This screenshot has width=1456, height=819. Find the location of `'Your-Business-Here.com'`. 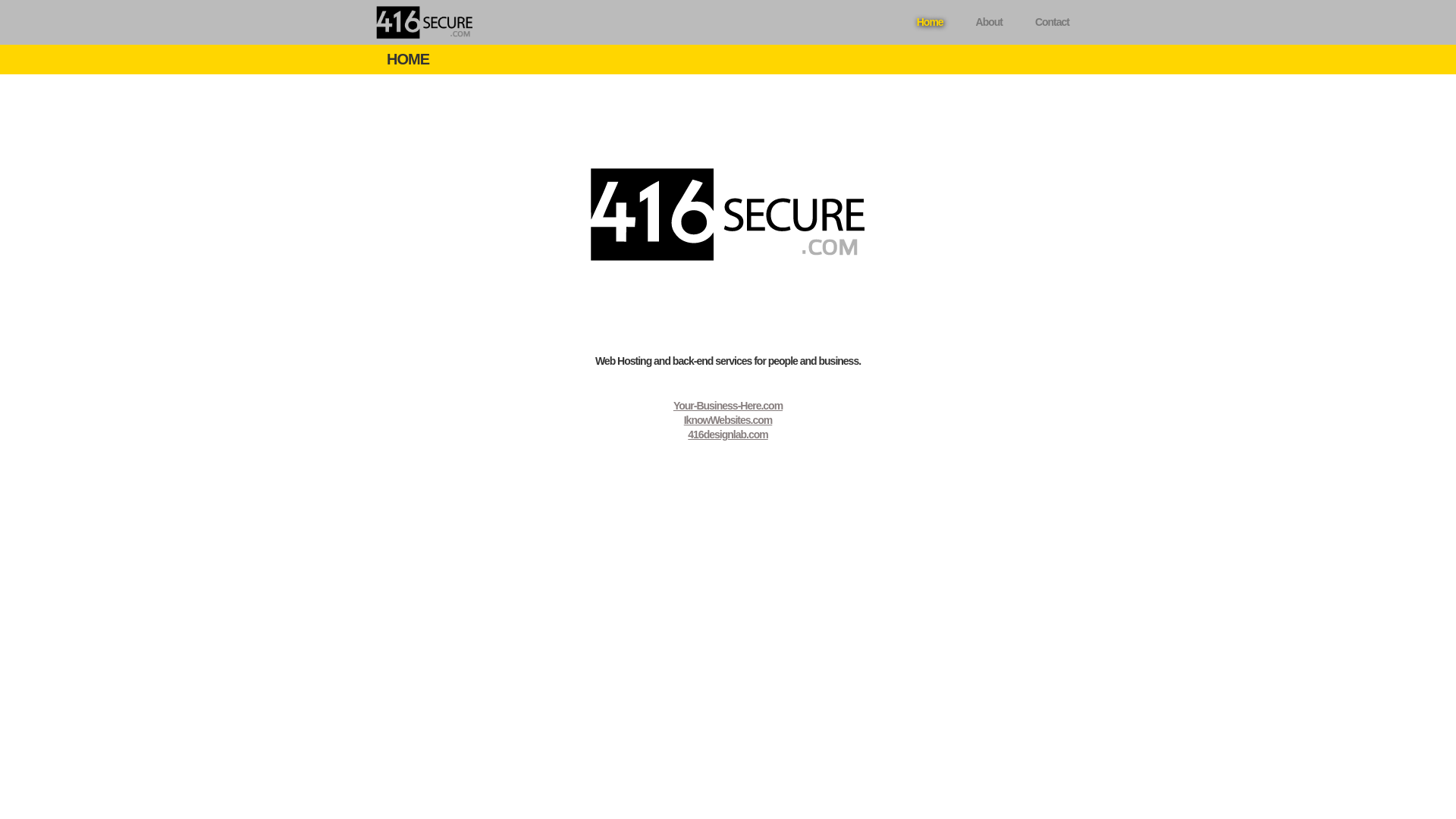

'Your-Business-Here.com' is located at coordinates (728, 405).